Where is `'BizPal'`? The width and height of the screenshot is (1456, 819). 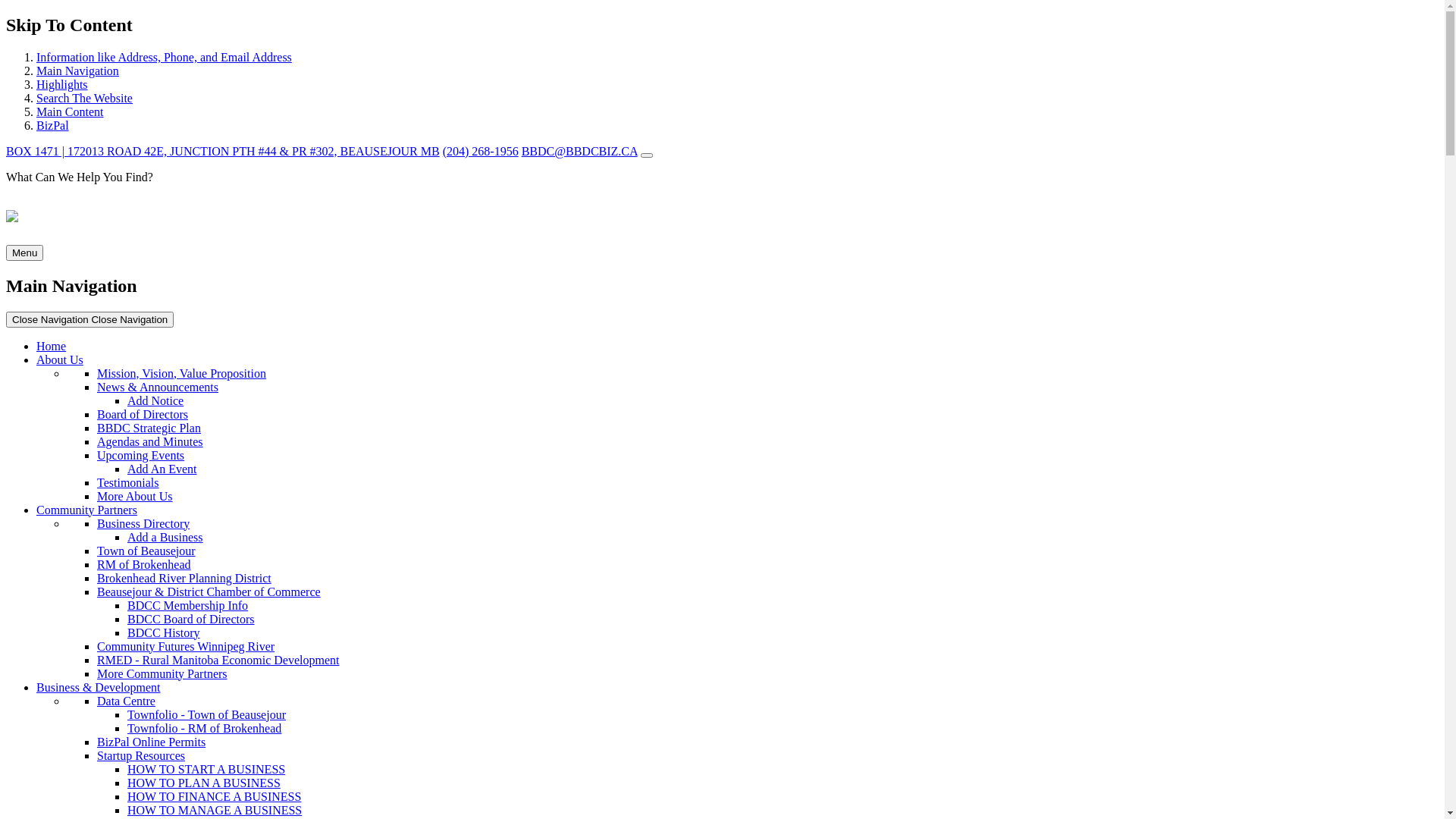 'BizPal' is located at coordinates (36, 124).